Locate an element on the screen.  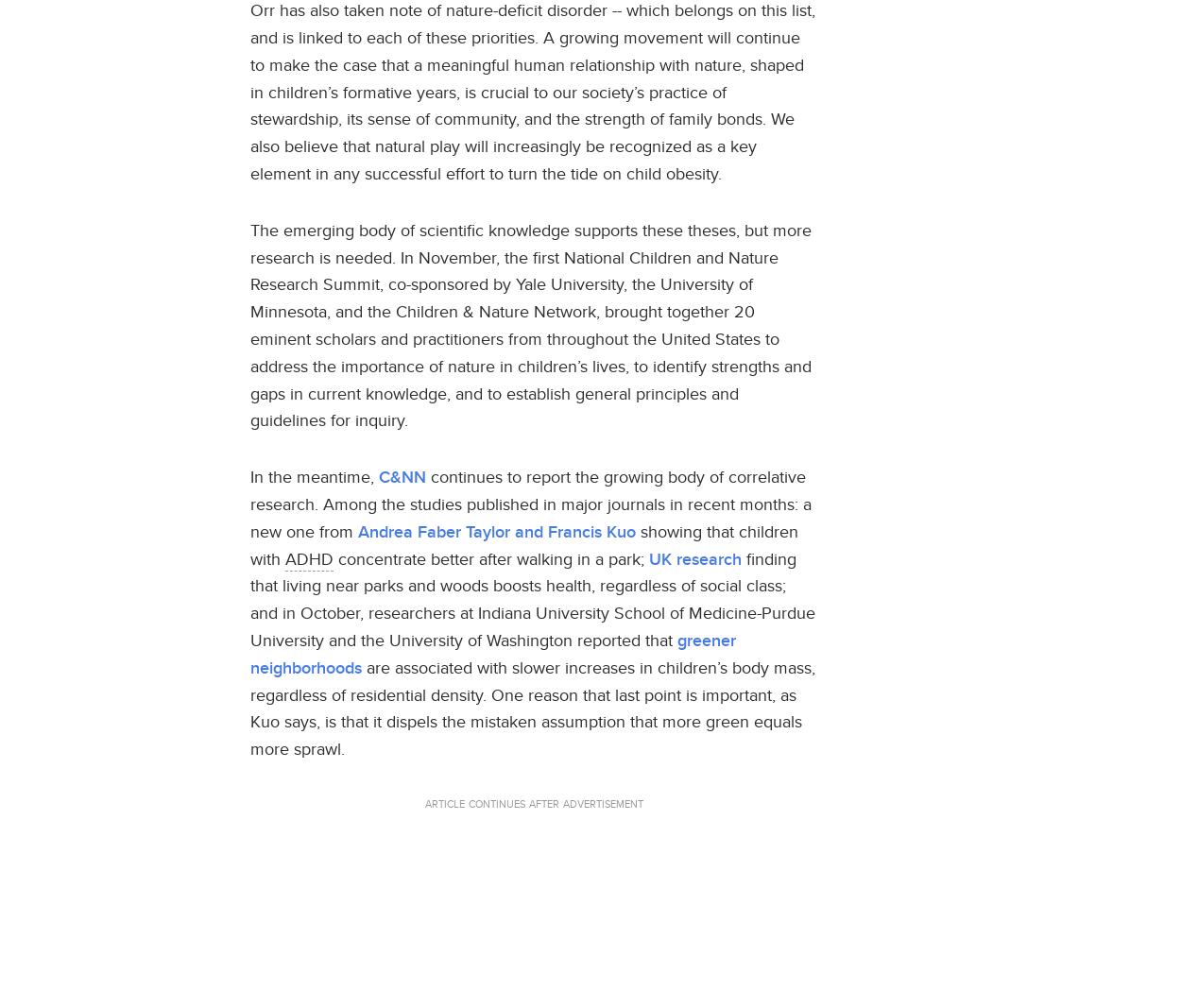
'C&NN' is located at coordinates (378, 476).